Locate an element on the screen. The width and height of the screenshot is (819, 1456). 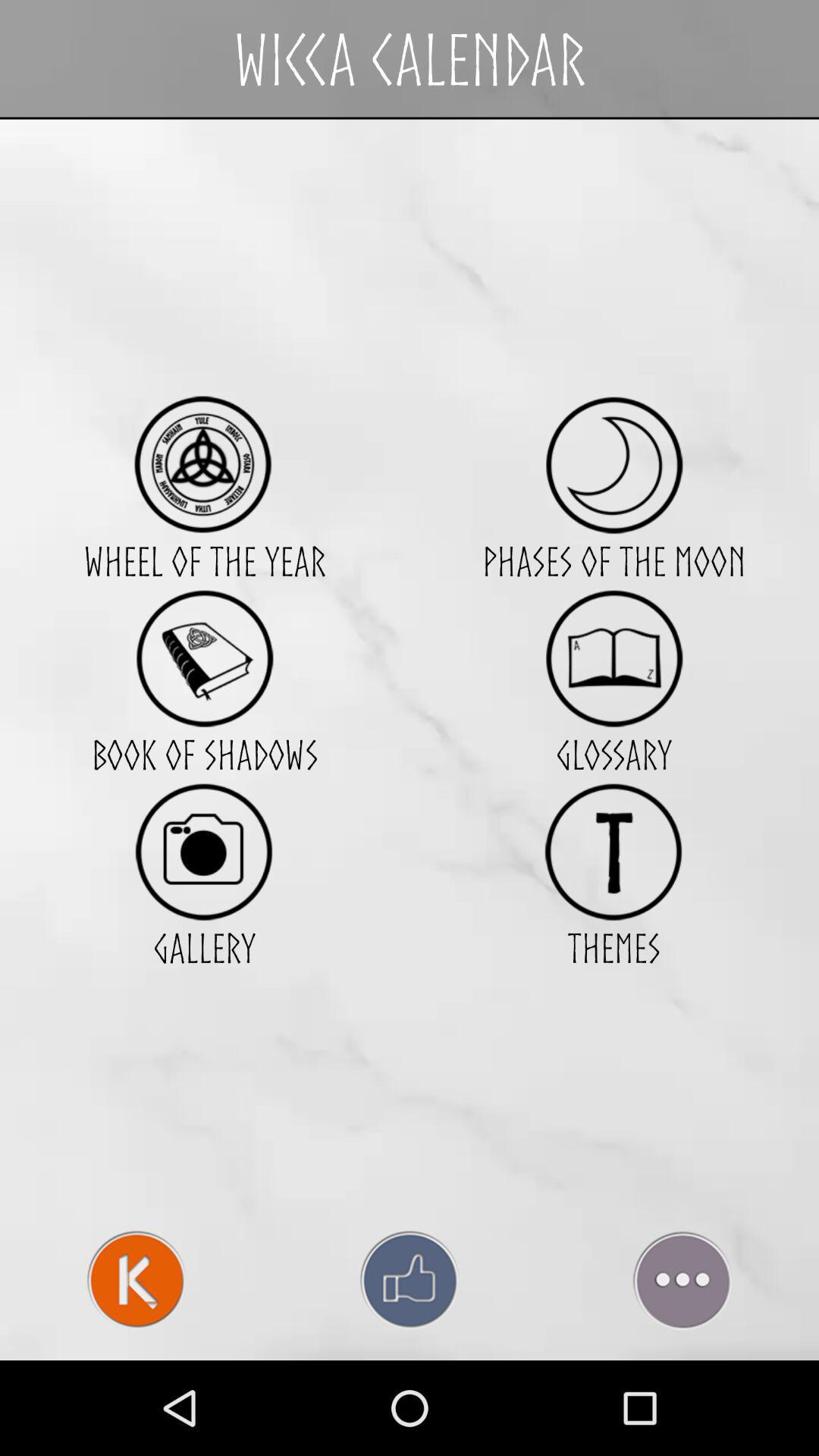
icon next to the wheel of the item is located at coordinates (613, 658).